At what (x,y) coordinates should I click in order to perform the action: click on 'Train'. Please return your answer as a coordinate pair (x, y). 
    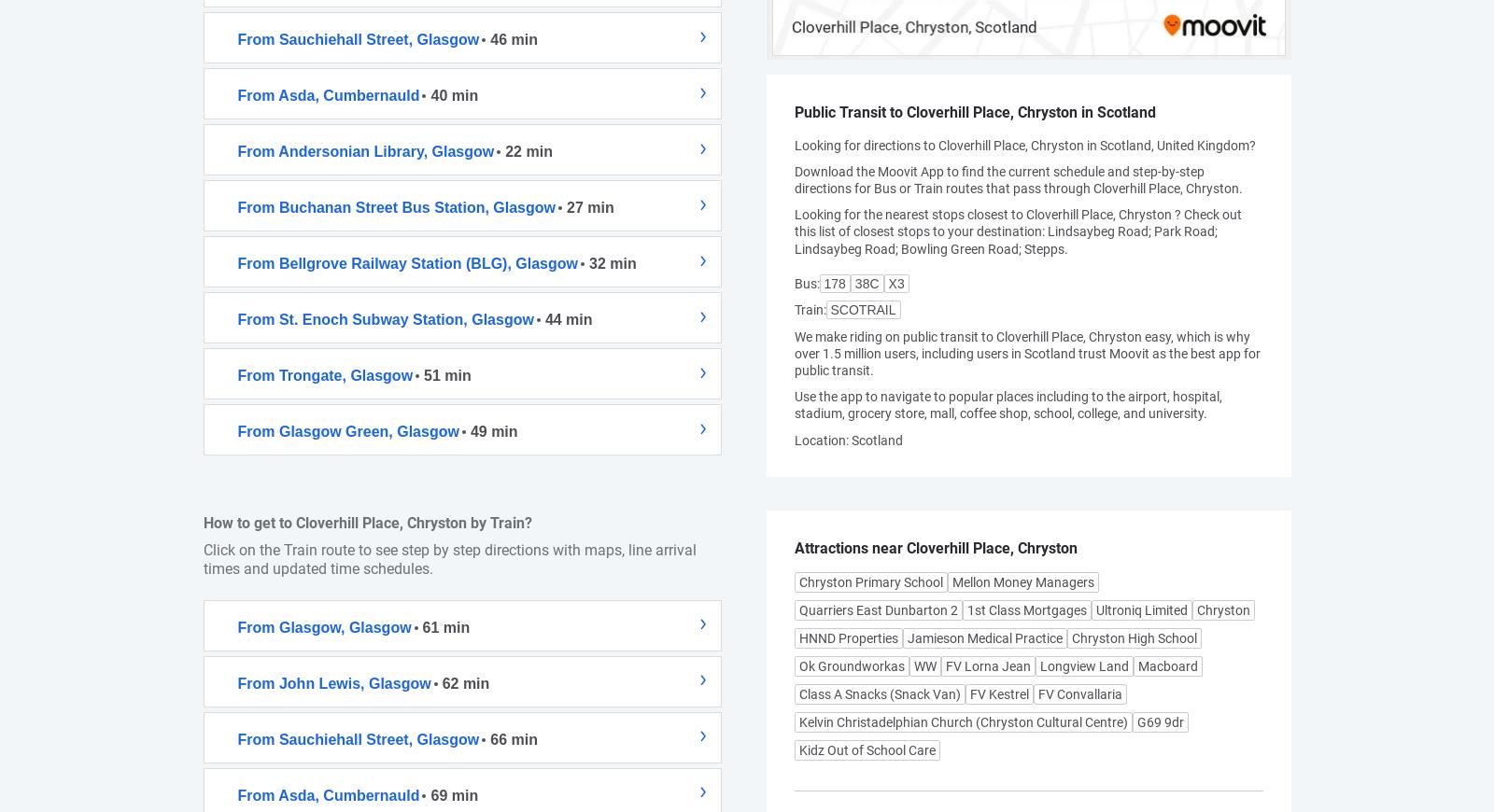
    Looking at the image, I should click on (792, 309).